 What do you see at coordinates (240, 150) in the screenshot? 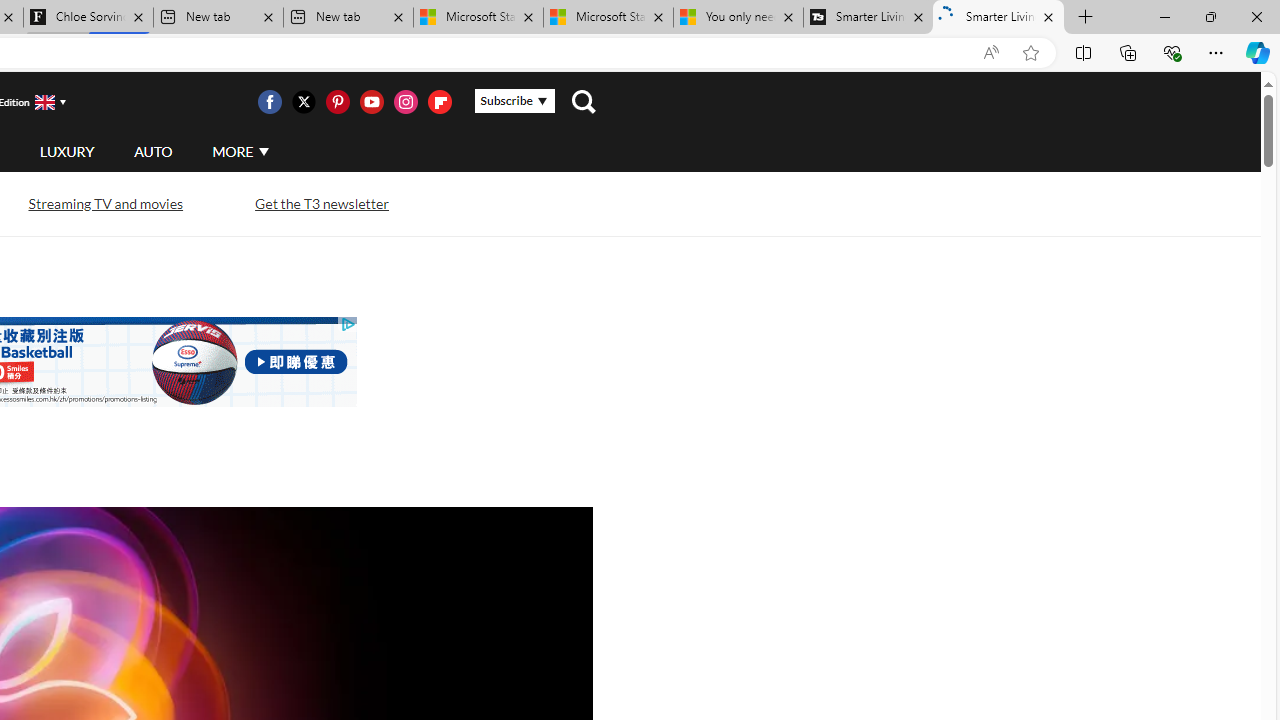
I see `'MORE '` at bounding box center [240, 150].